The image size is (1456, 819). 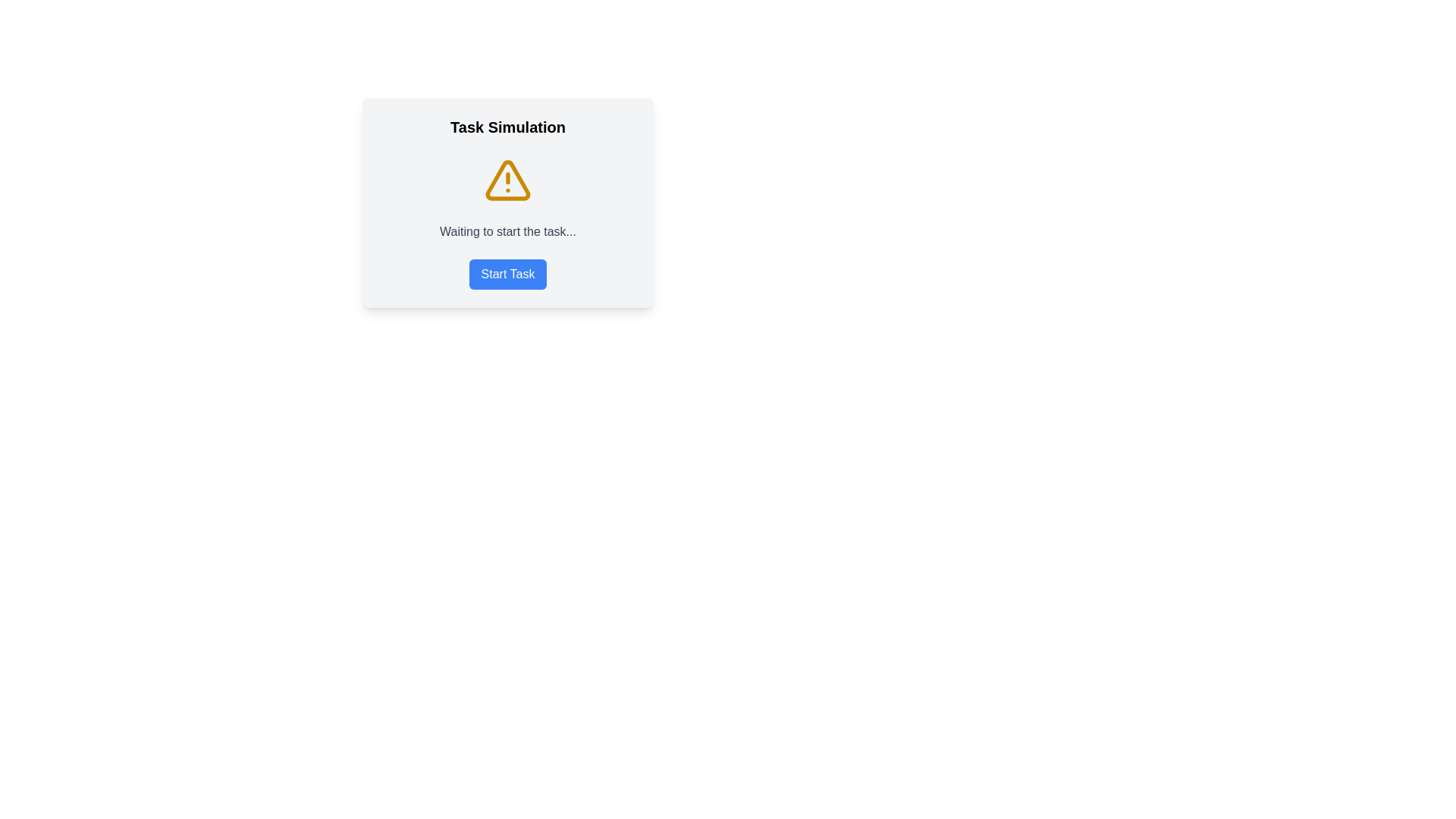 I want to click on the bold, larger-sized text displaying 'Task Simulation' which is prominently styled as a header near the top of the centered box, so click(x=508, y=127).